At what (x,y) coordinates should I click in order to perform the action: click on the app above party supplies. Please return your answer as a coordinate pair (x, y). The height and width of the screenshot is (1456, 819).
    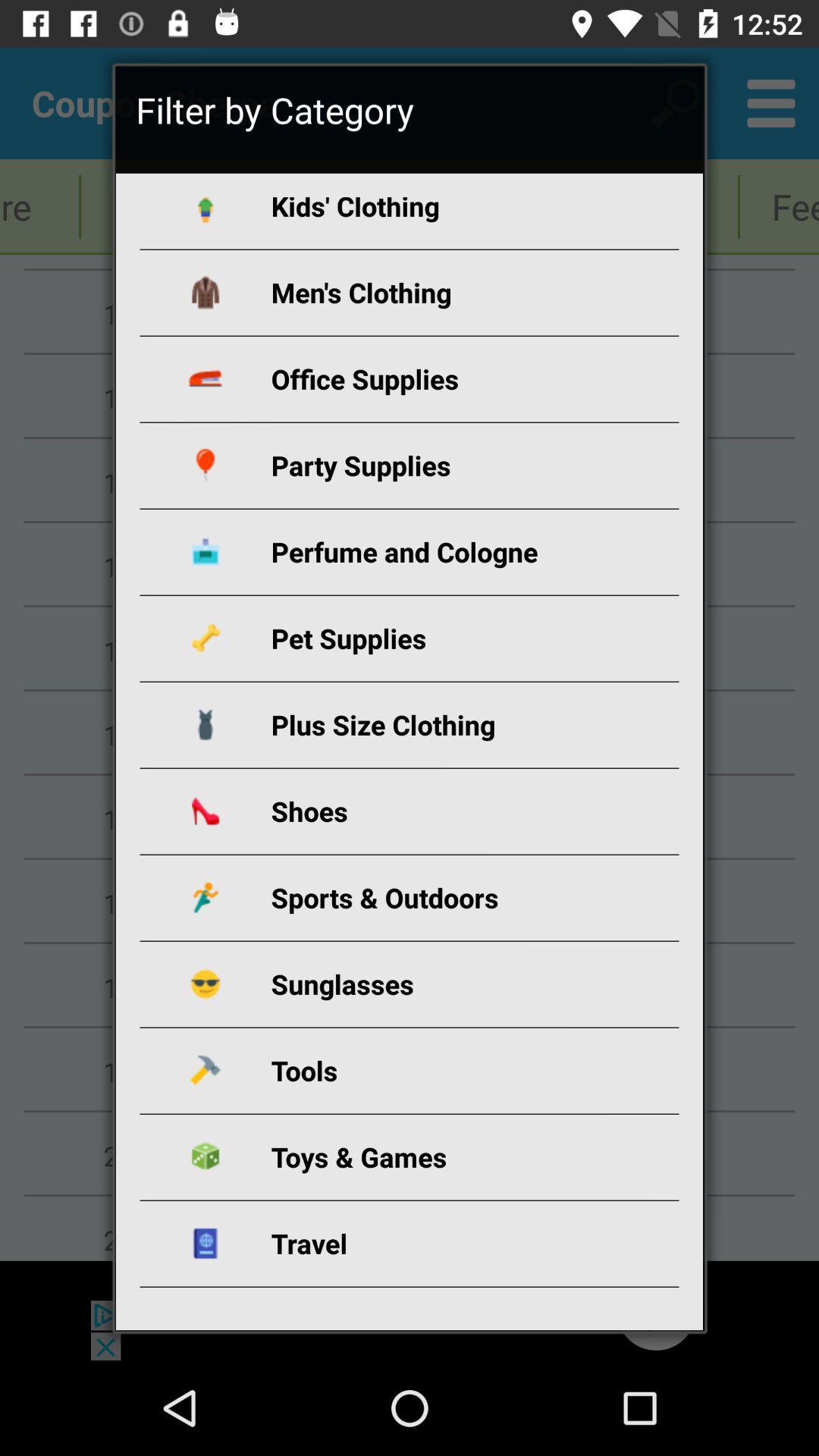
    Looking at the image, I should click on (427, 378).